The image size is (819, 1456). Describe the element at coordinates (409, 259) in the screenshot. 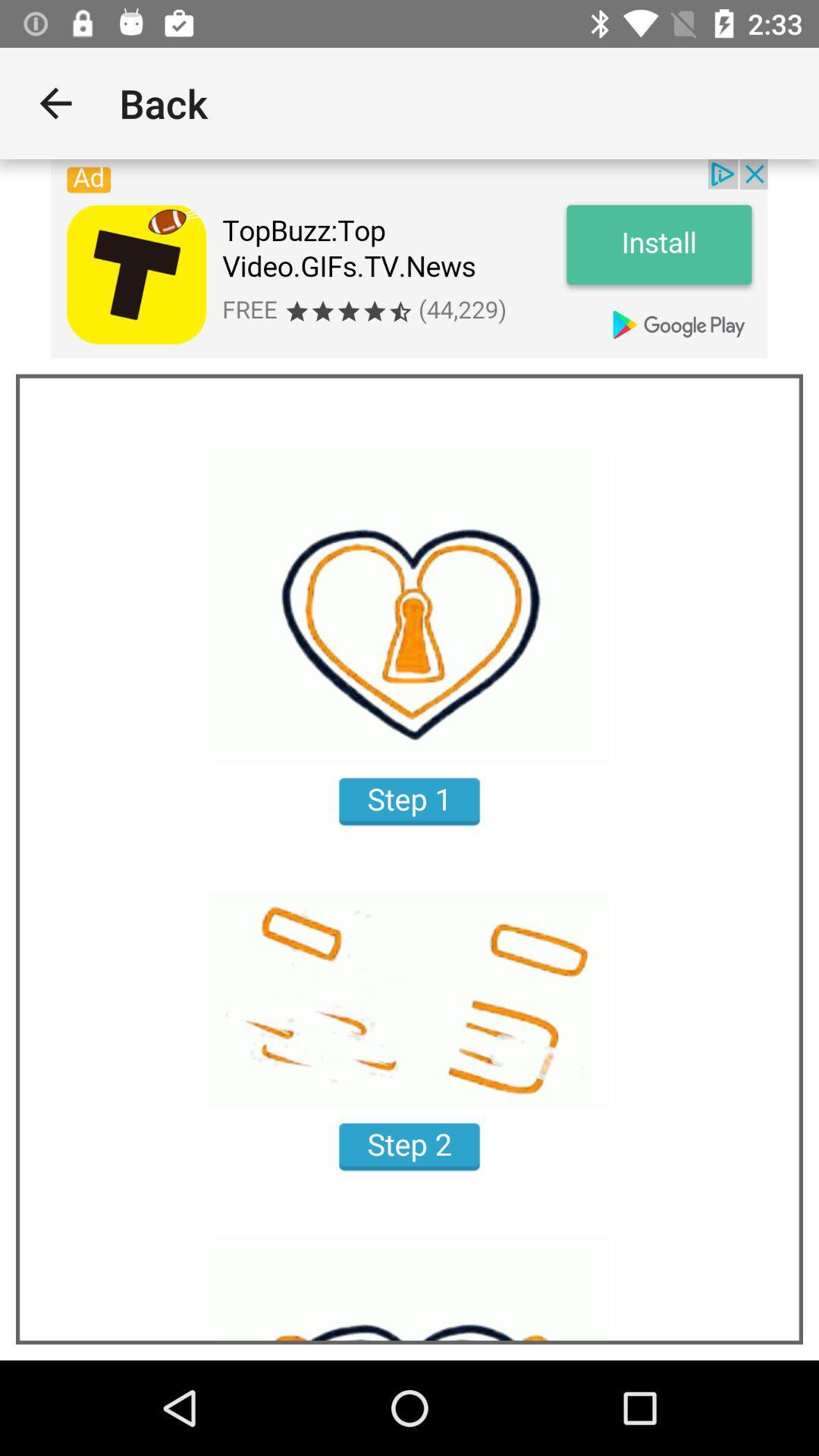

I see `advertisement page` at that location.